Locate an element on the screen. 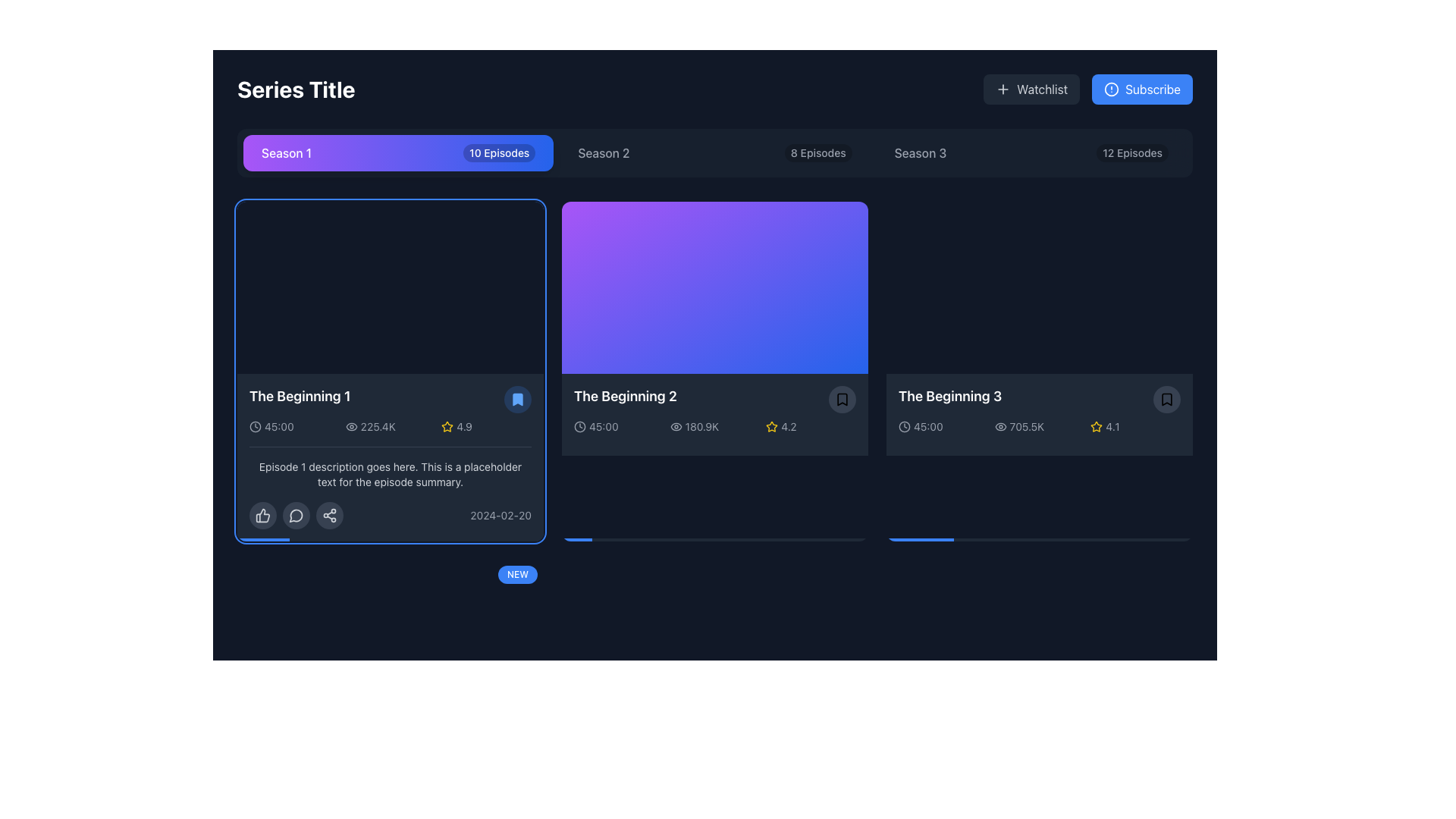  the text label displaying '705.5K' located within the third episode card, to the right of the eye icon and aligned with the star rating is located at coordinates (1027, 427).